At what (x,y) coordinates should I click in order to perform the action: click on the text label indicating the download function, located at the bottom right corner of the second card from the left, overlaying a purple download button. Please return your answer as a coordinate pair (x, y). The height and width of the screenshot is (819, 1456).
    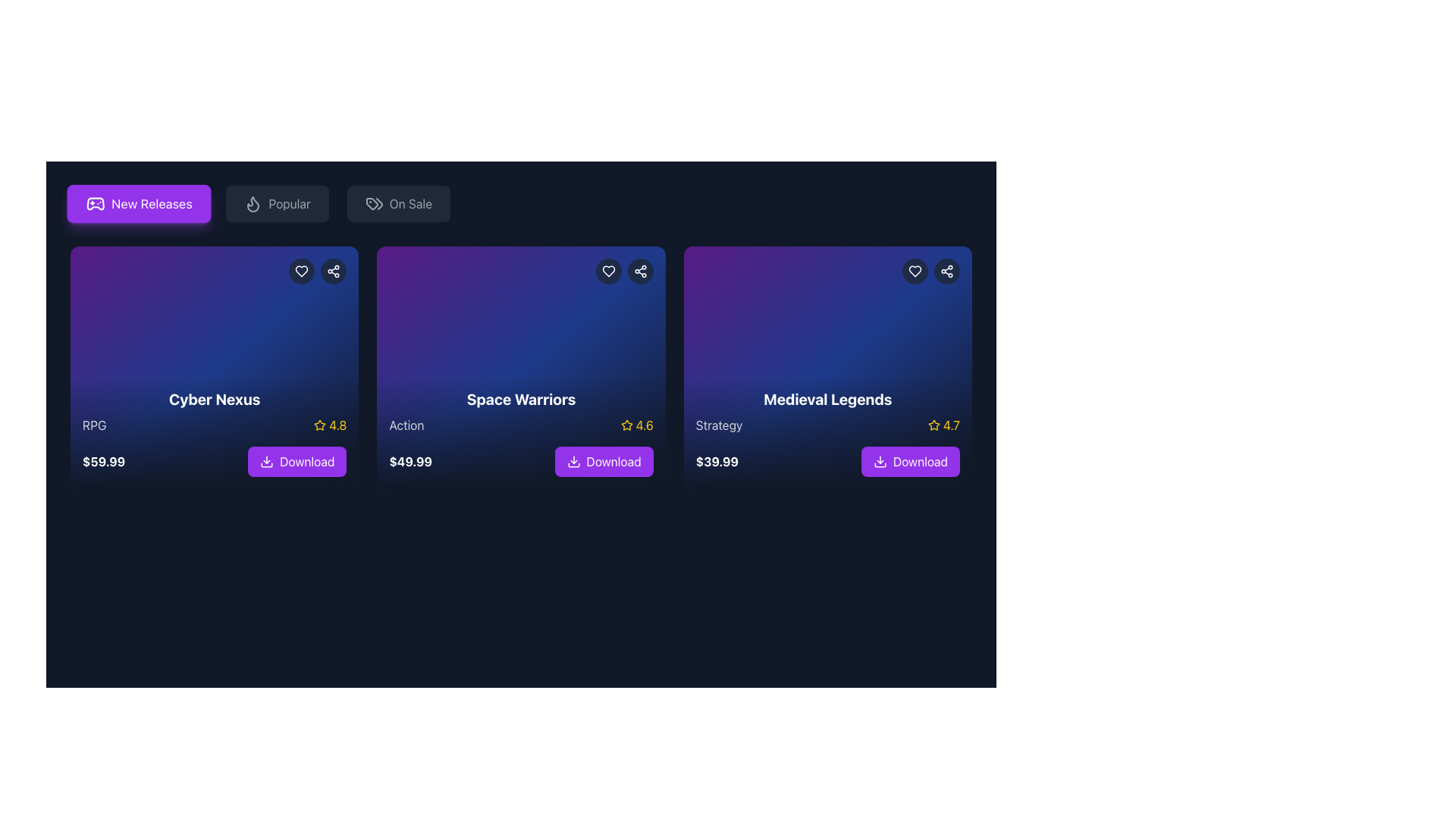
    Looking at the image, I should click on (613, 461).